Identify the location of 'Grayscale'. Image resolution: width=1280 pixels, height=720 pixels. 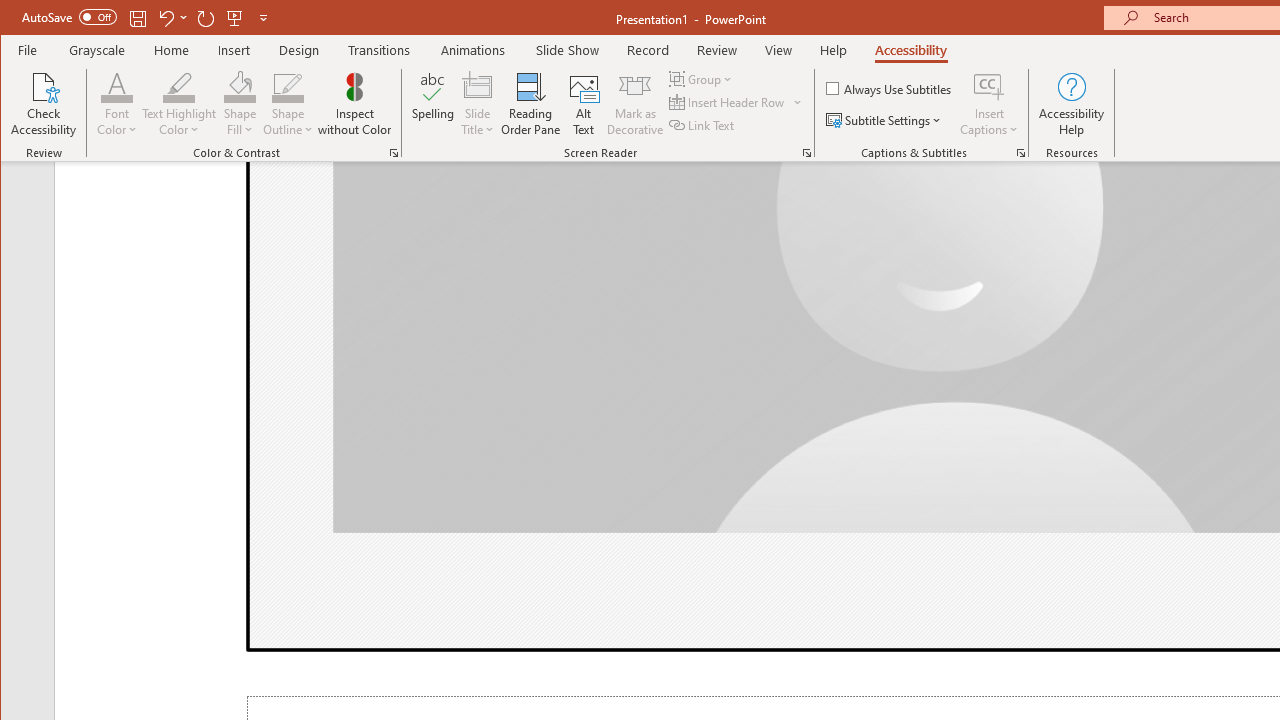
(96, 49).